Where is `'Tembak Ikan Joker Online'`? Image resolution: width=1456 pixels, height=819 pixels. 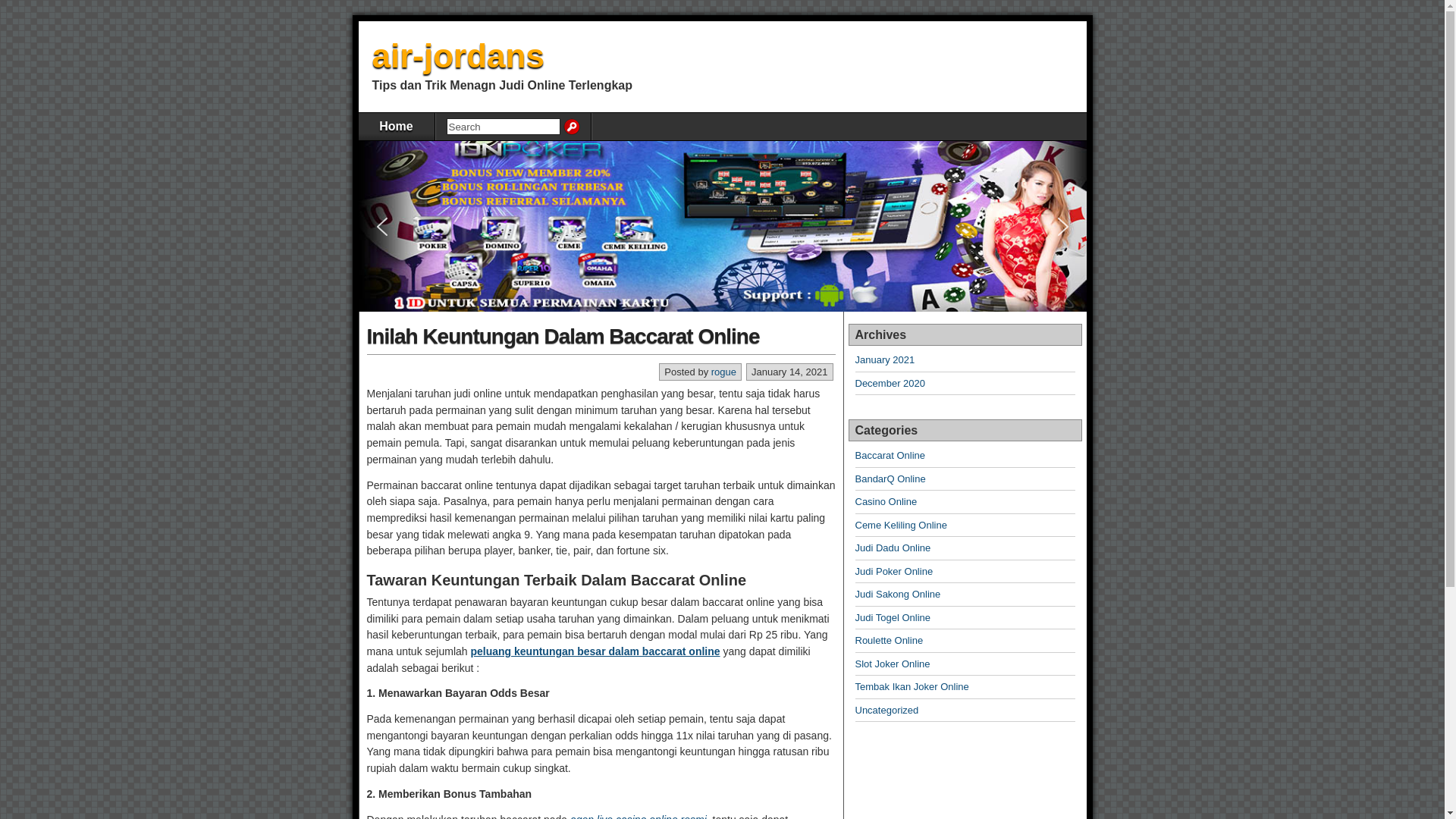
'Tembak Ikan Joker Online' is located at coordinates (855, 686).